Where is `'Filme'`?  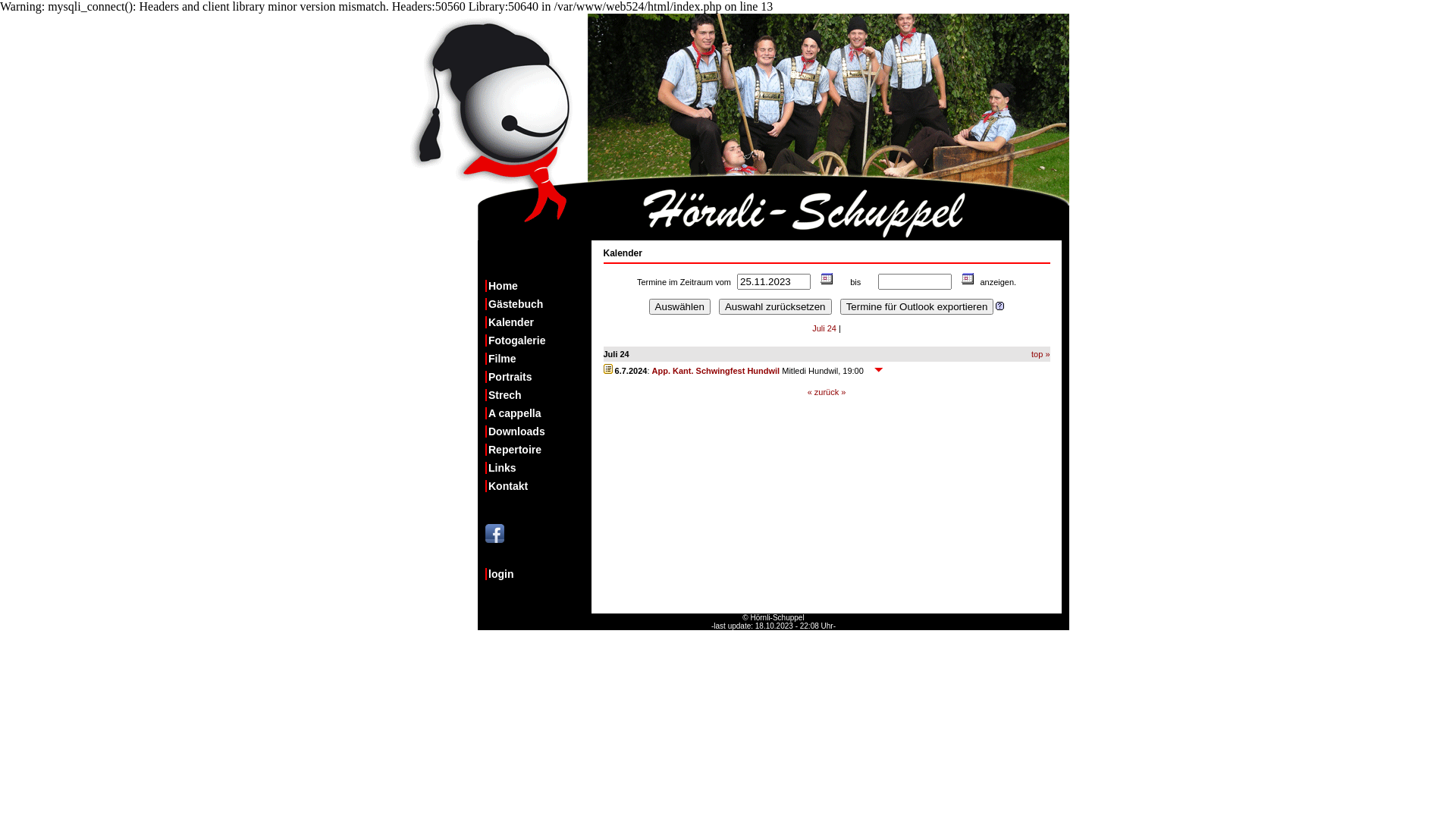
'Filme' is located at coordinates (484, 359).